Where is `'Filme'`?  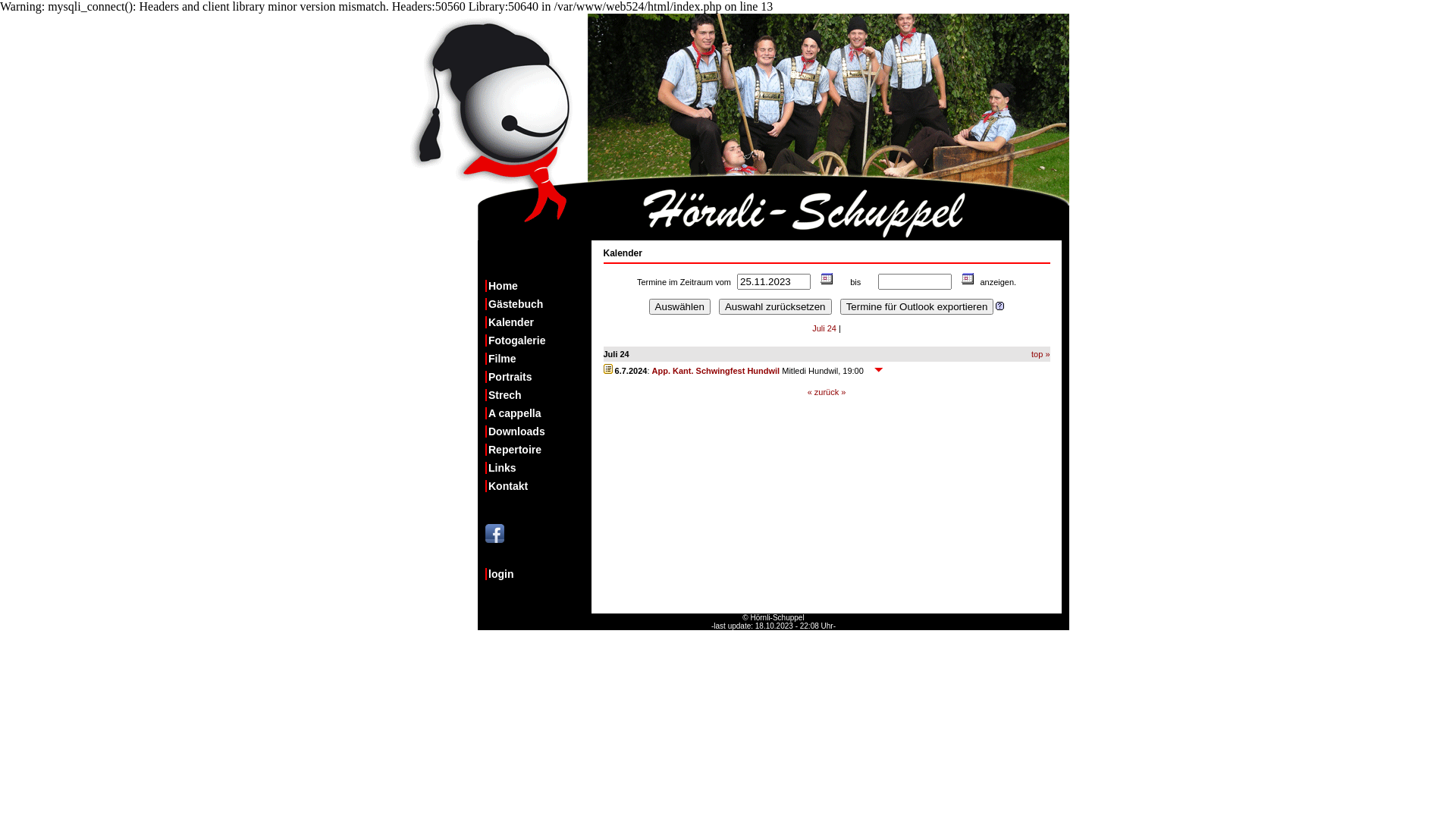
'Filme' is located at coordinates (484, 359).